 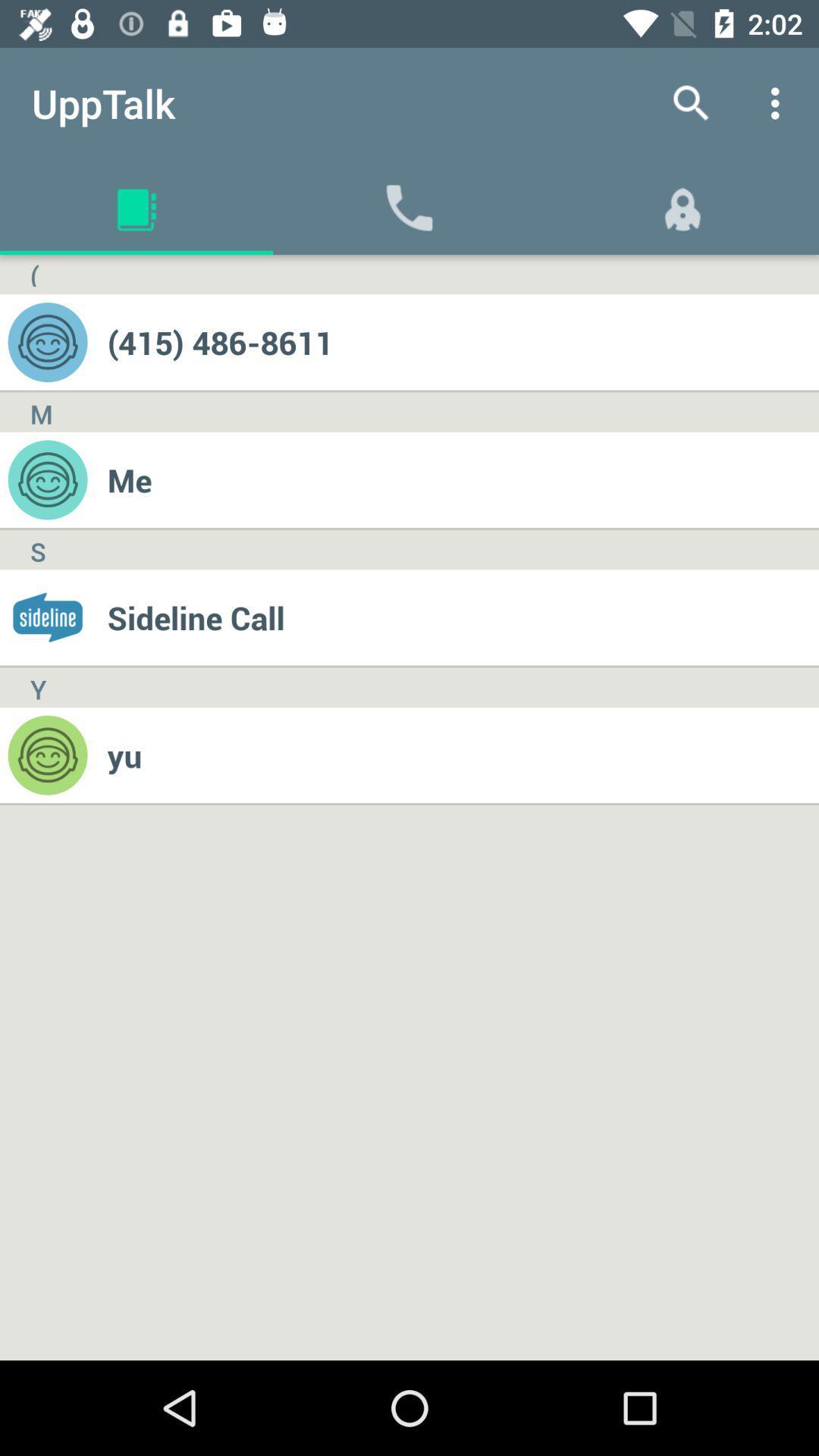 I want to click on (, so click(x=34, y=275).